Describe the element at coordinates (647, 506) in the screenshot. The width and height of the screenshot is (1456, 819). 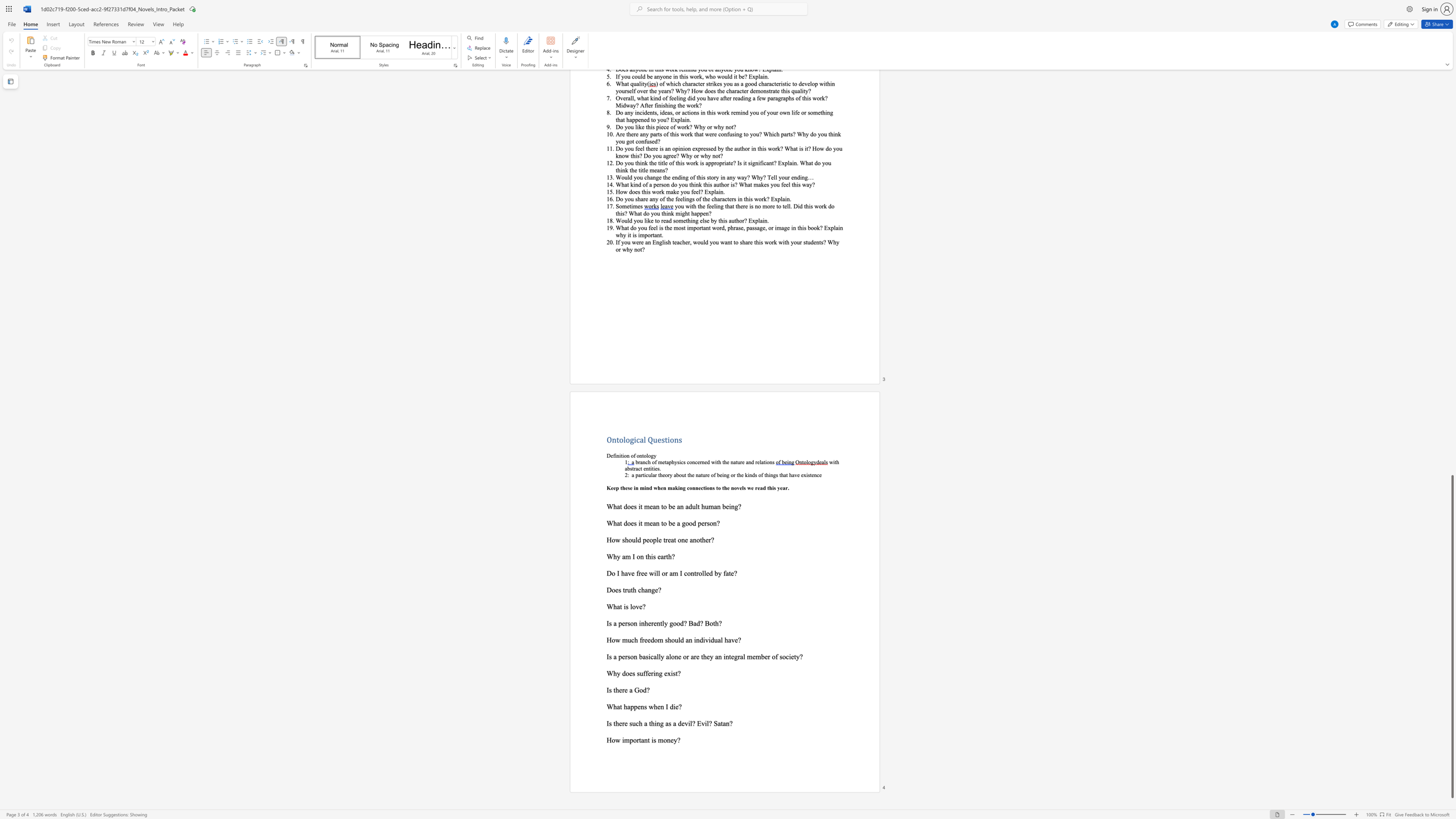
I see `the 1th character "m" in the text` at that location.